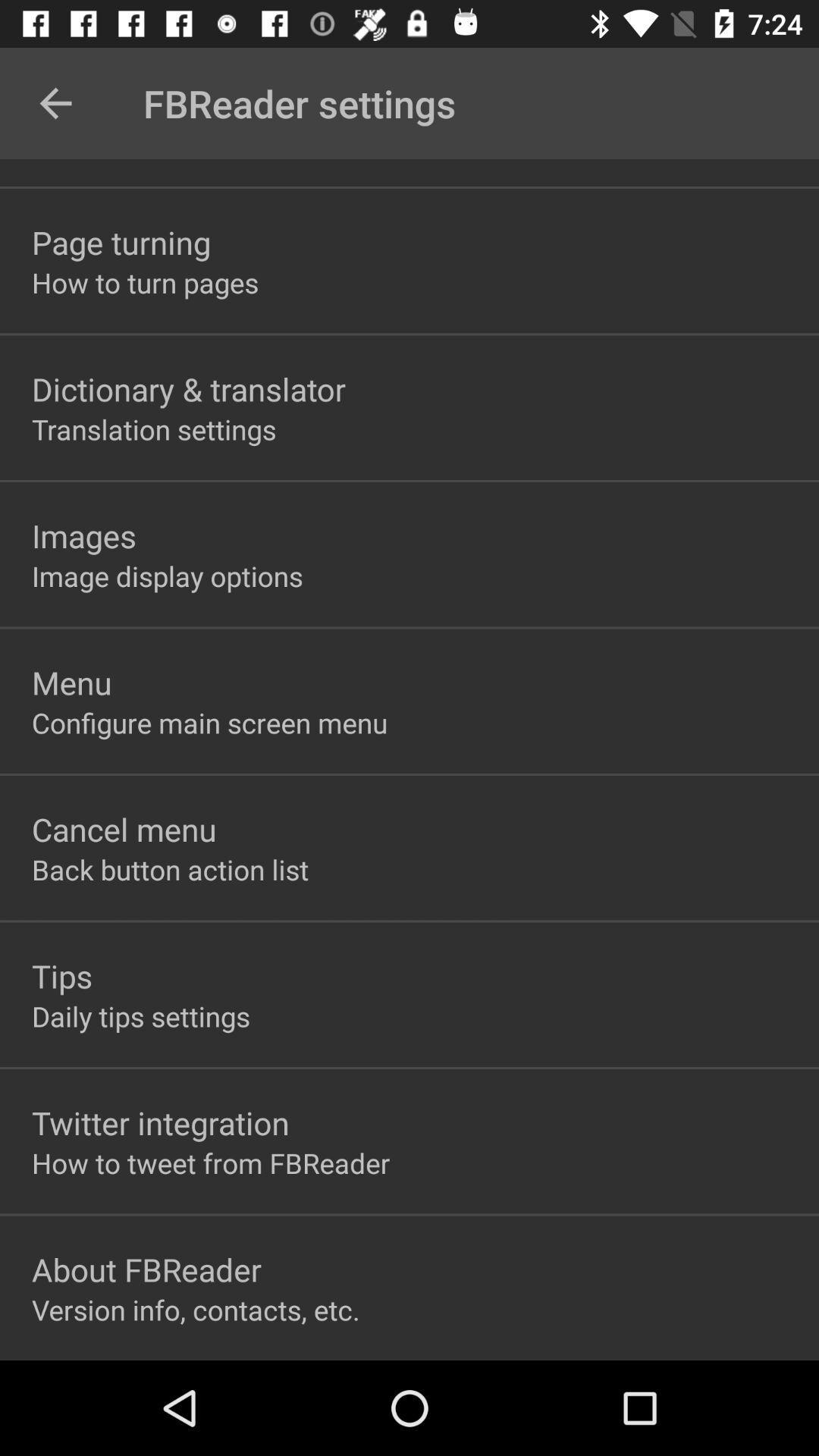  What do you see at coordinates (167, 575) in the screenshot?
I see `the item below images icon` at bounding box center [167, 575].